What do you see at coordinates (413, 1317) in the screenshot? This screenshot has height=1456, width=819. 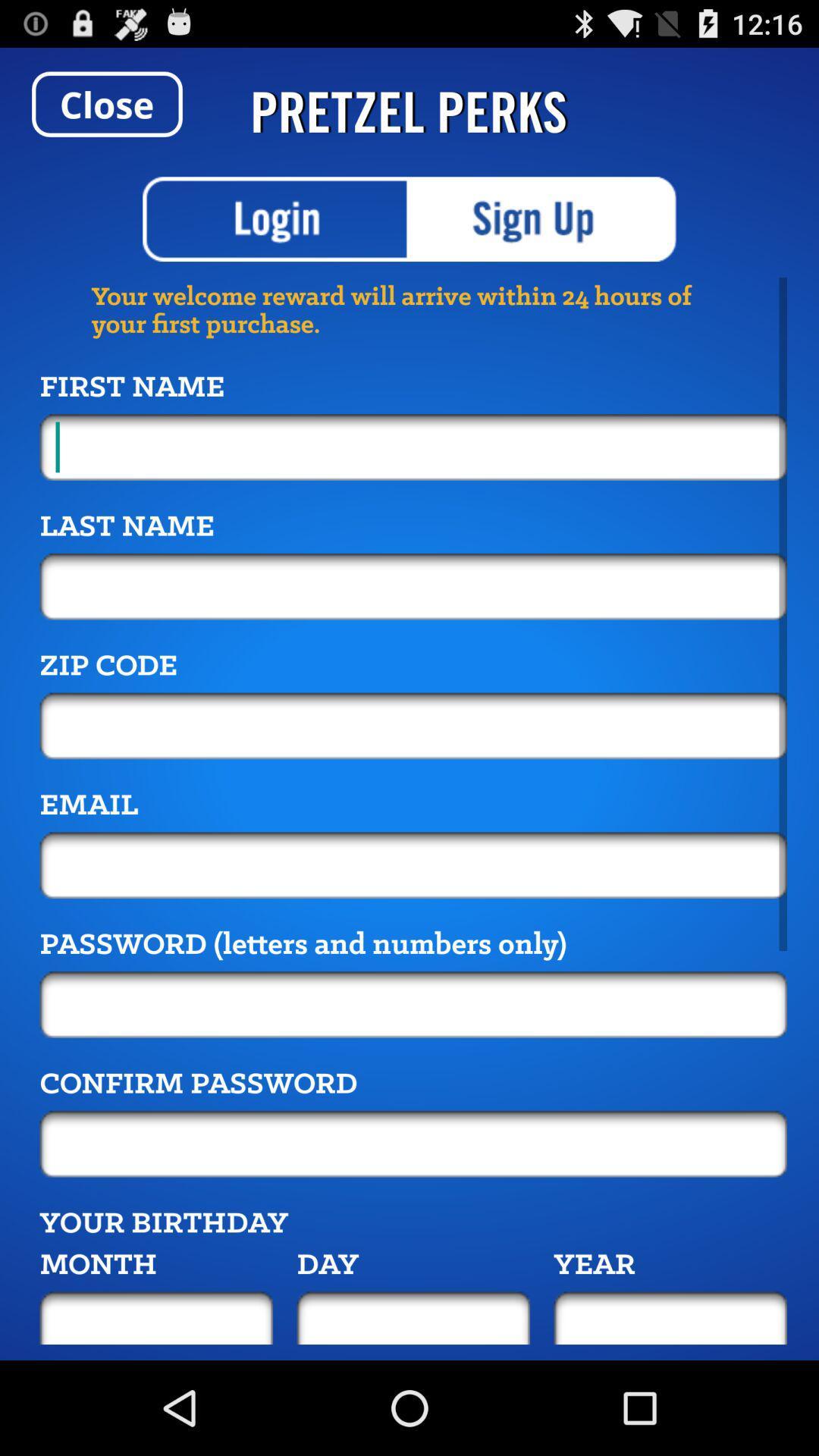 I see `day of your birthday` at bounding box center [413, 1317].